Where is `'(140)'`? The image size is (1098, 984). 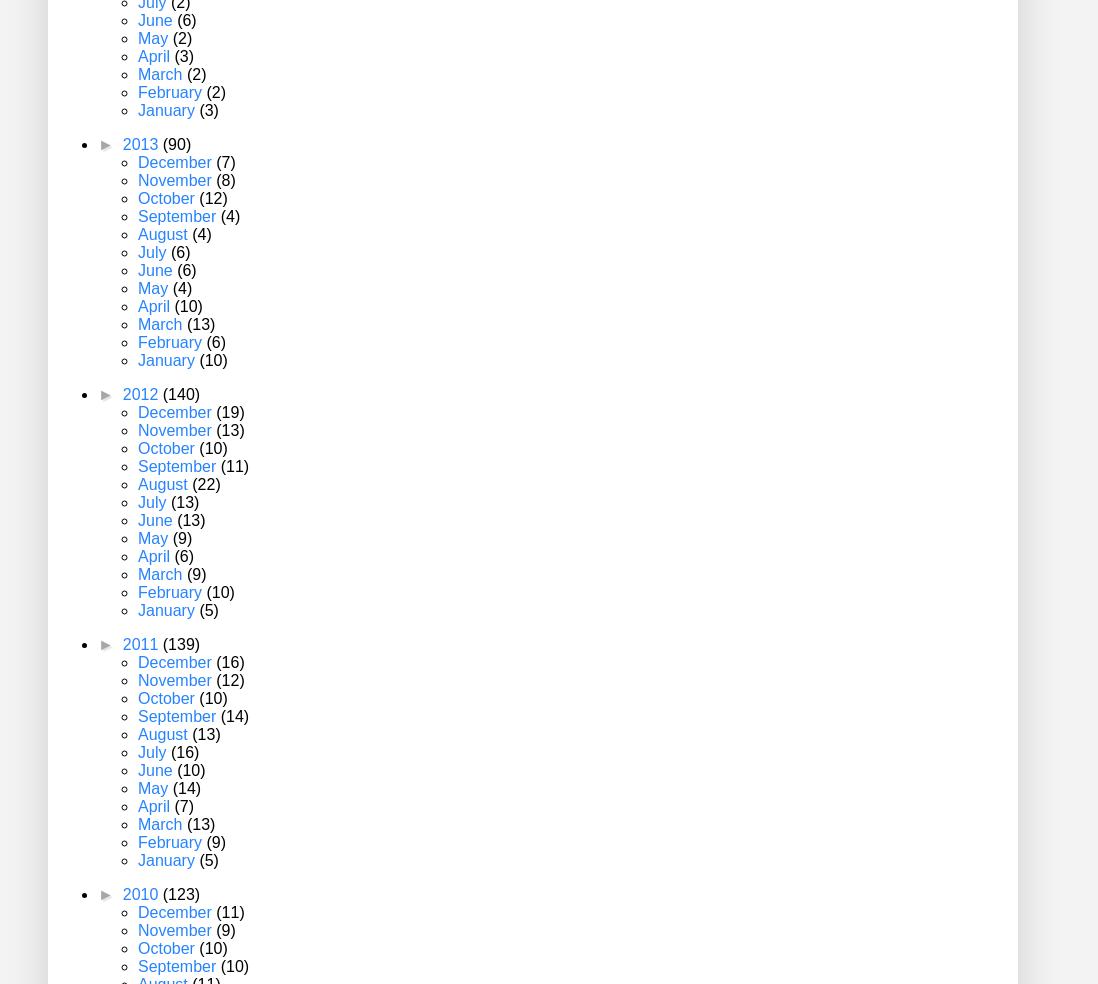
'(140)' is located at coordinates (161, 394).